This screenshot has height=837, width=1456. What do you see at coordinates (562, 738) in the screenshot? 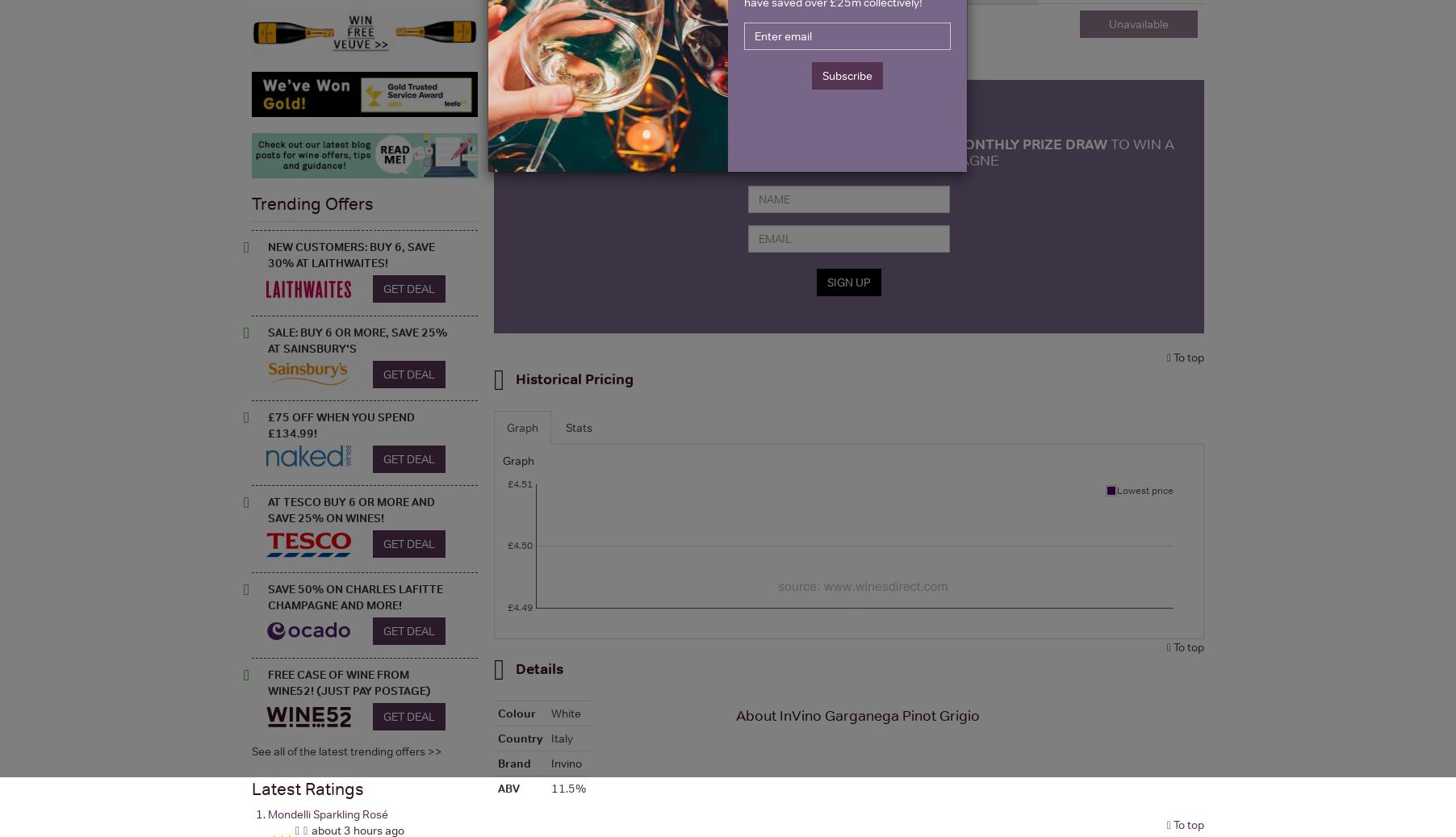
I see `'Italy'` at bounding box center [562, 738].